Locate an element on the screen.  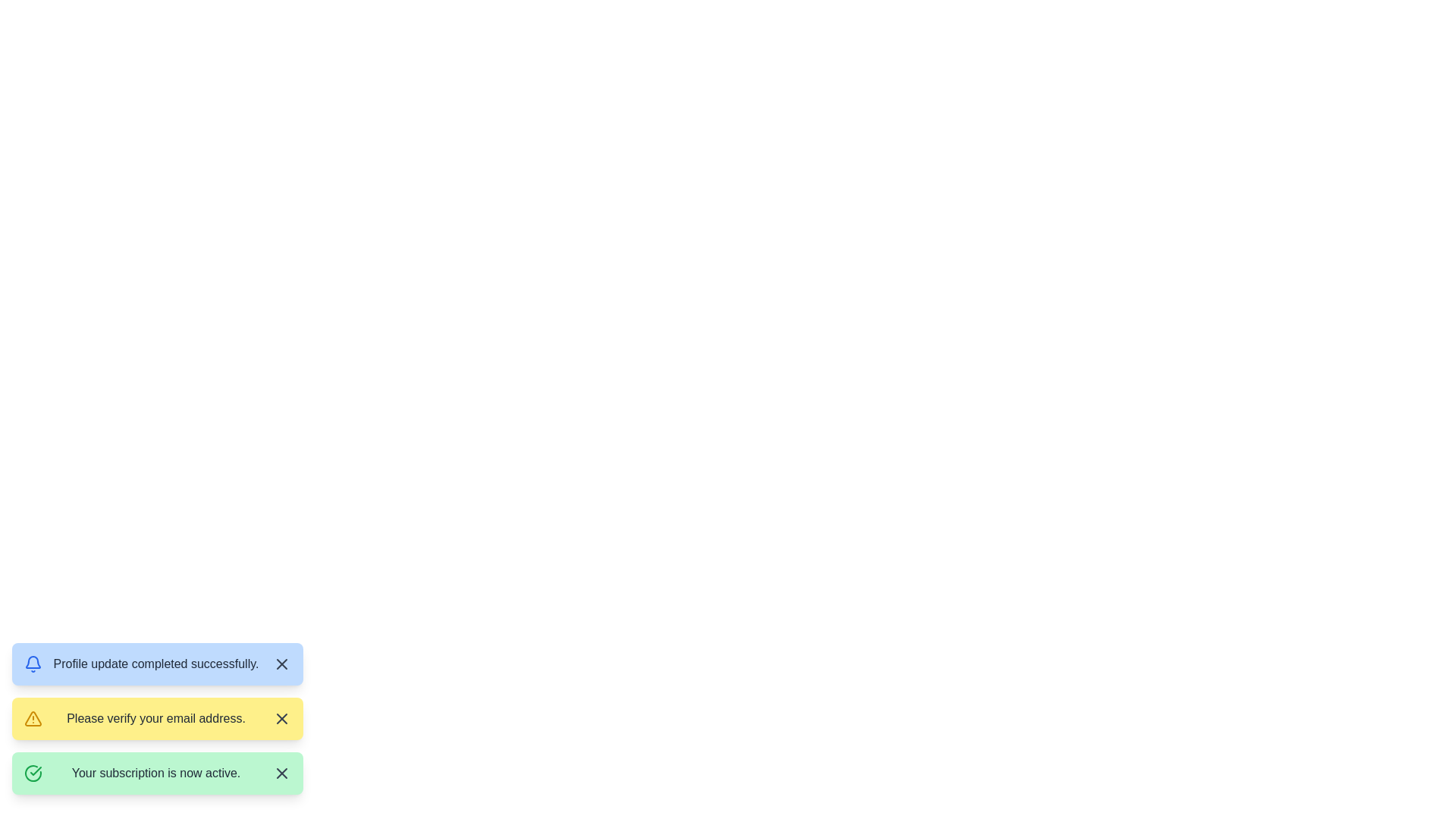
text from the notification card's text label, which informs the user to verify their email address and is located in the center of the card with a yellow background is located at coordinates (156, 718).